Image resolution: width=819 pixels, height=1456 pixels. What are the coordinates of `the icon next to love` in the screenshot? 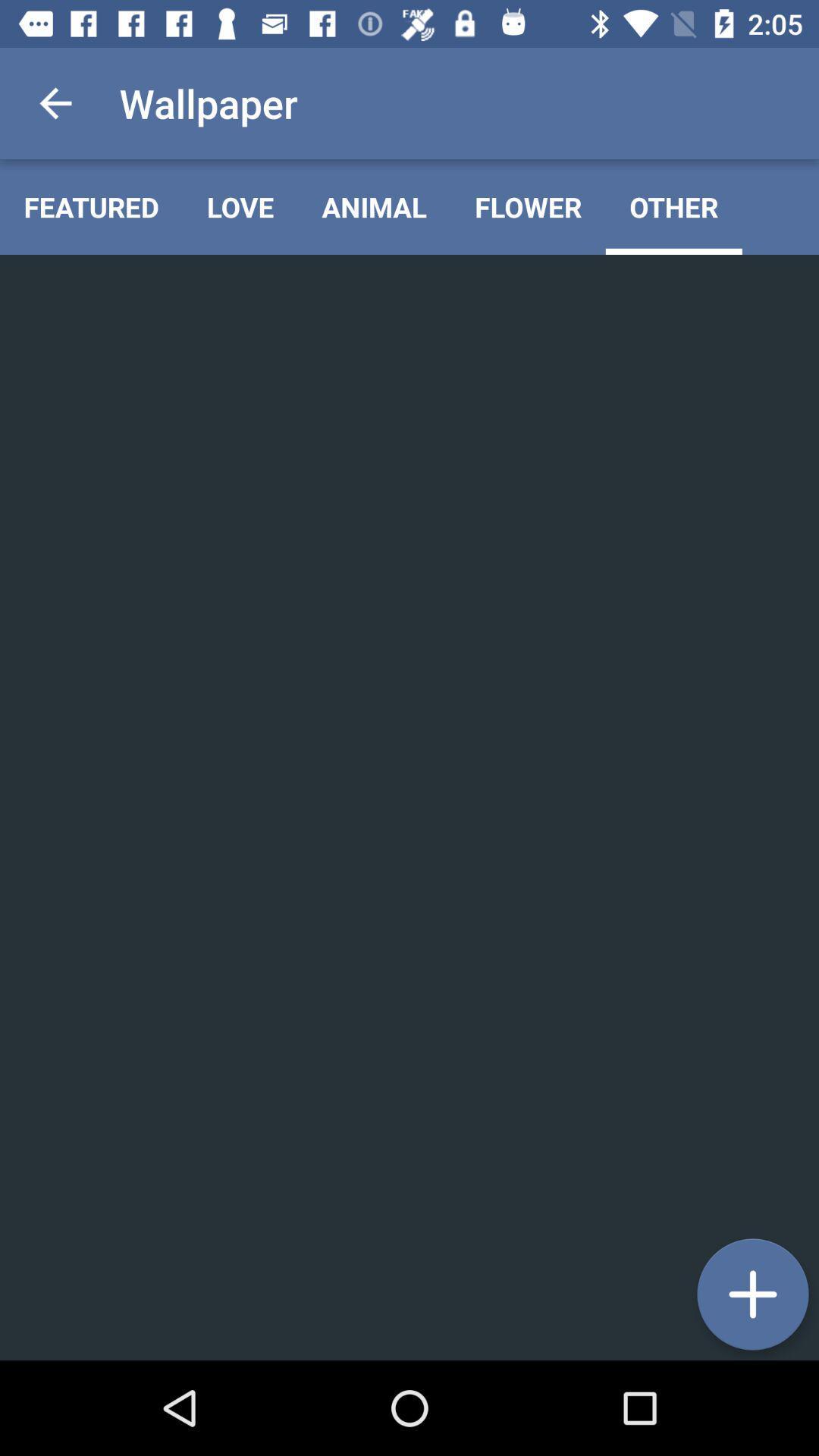 It's located at (374, 206).